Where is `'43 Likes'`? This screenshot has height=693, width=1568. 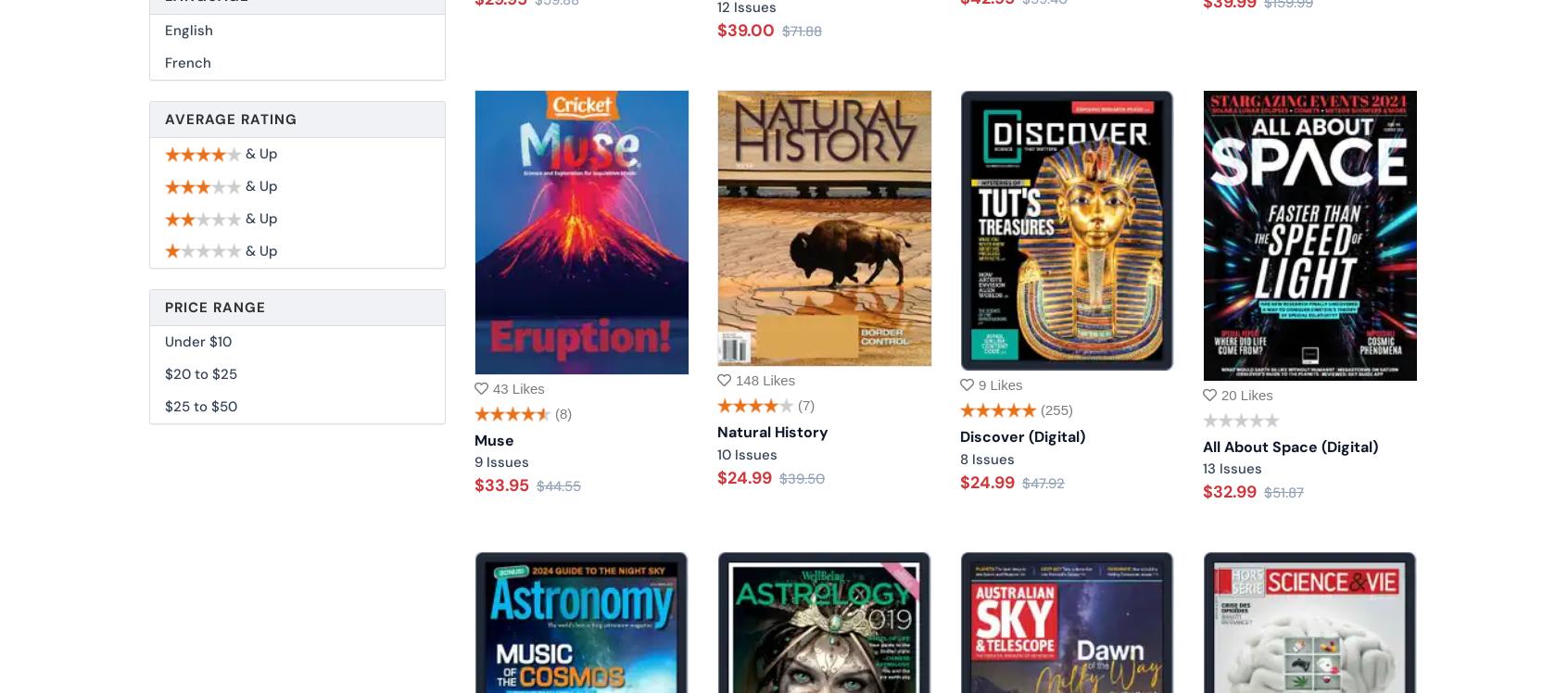
'43 Likes' is located at coordinates (492, 387).